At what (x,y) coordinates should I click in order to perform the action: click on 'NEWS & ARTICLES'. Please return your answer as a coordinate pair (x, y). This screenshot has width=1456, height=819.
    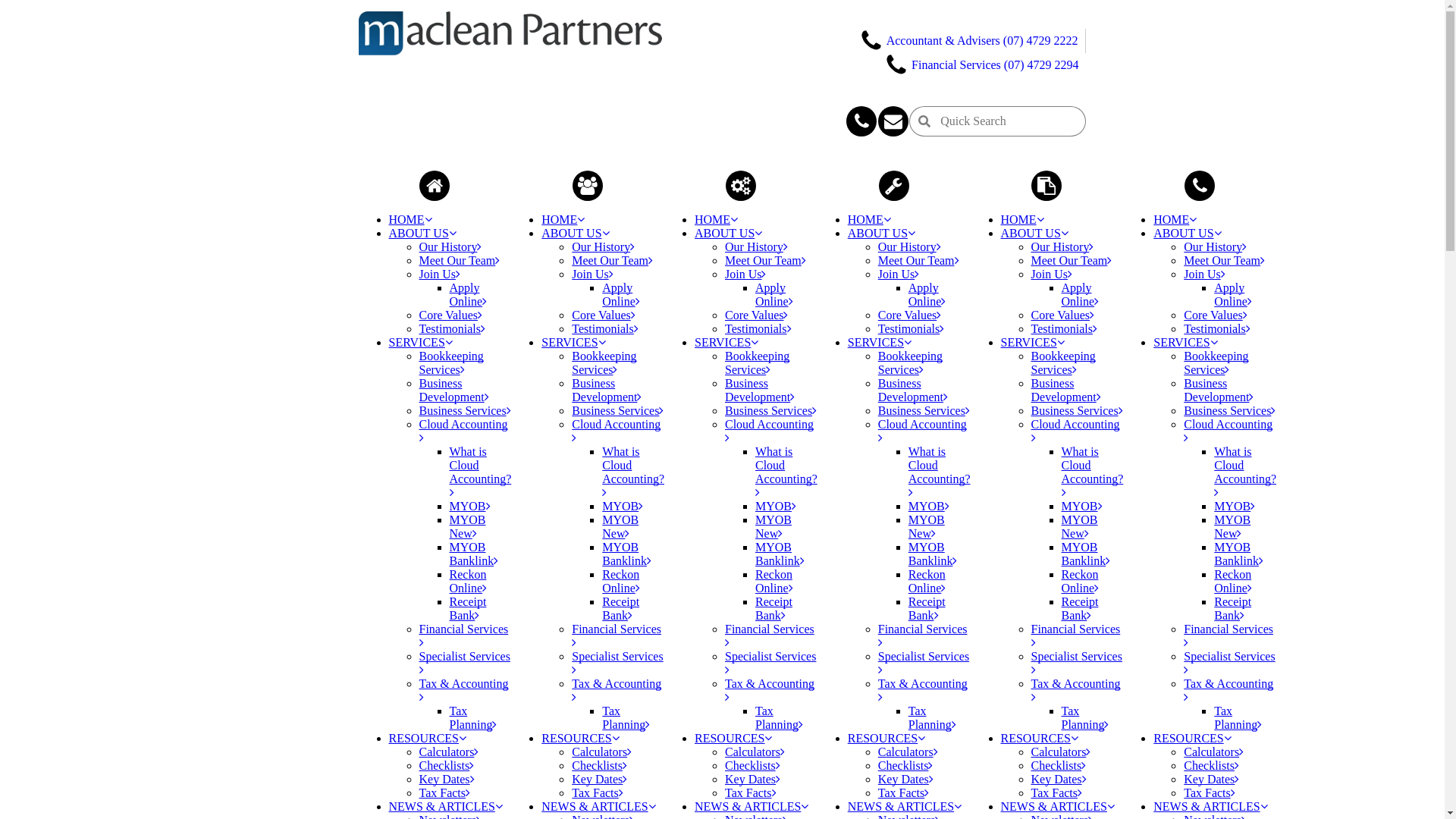
    Looking at the image, I should click on (597, 805).